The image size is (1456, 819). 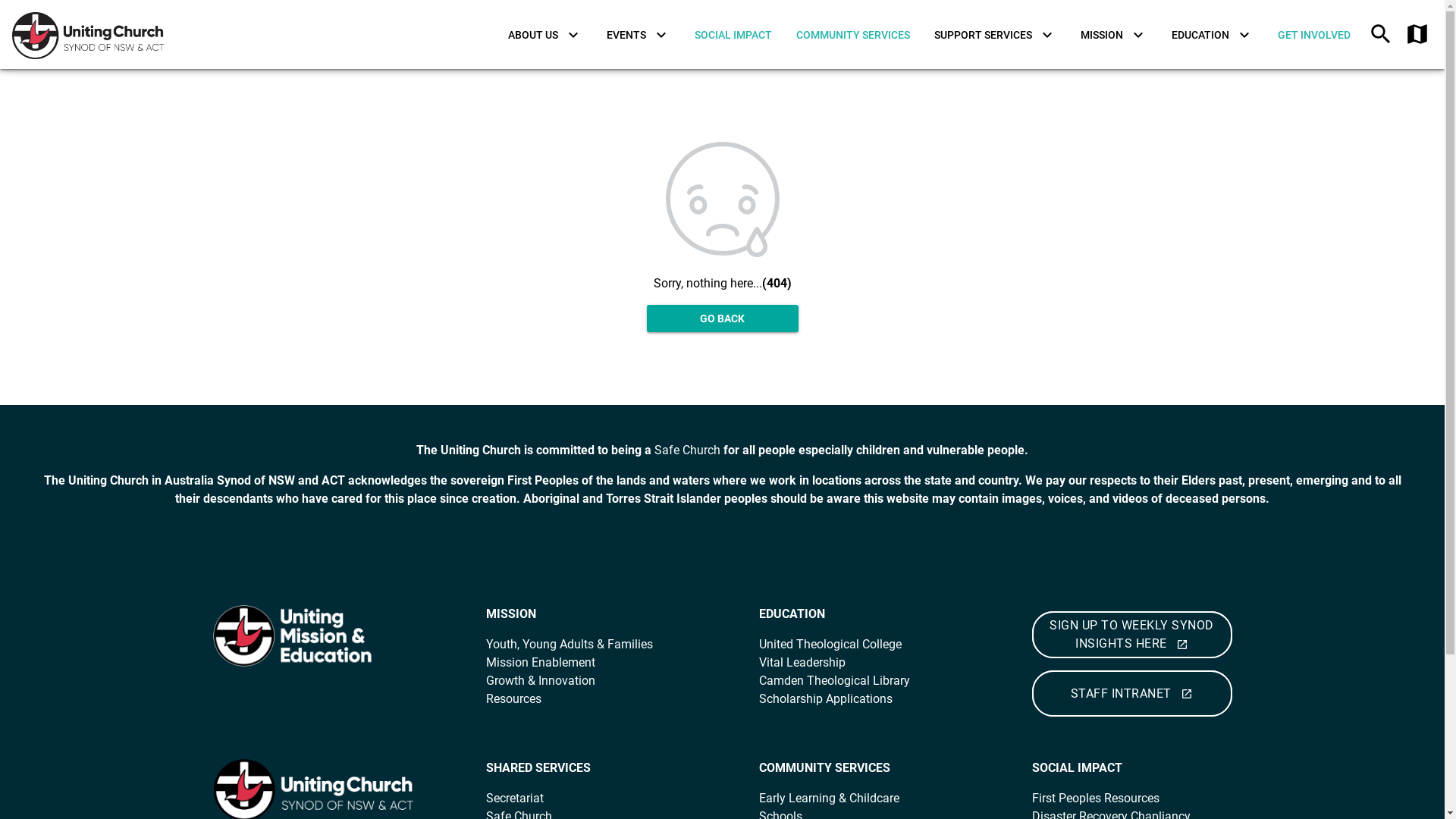 What do you see at coordinates (567, 644) in the screenshot?
I see `'Youth, Young Adults & Families'` at bounding box center [567, 644].